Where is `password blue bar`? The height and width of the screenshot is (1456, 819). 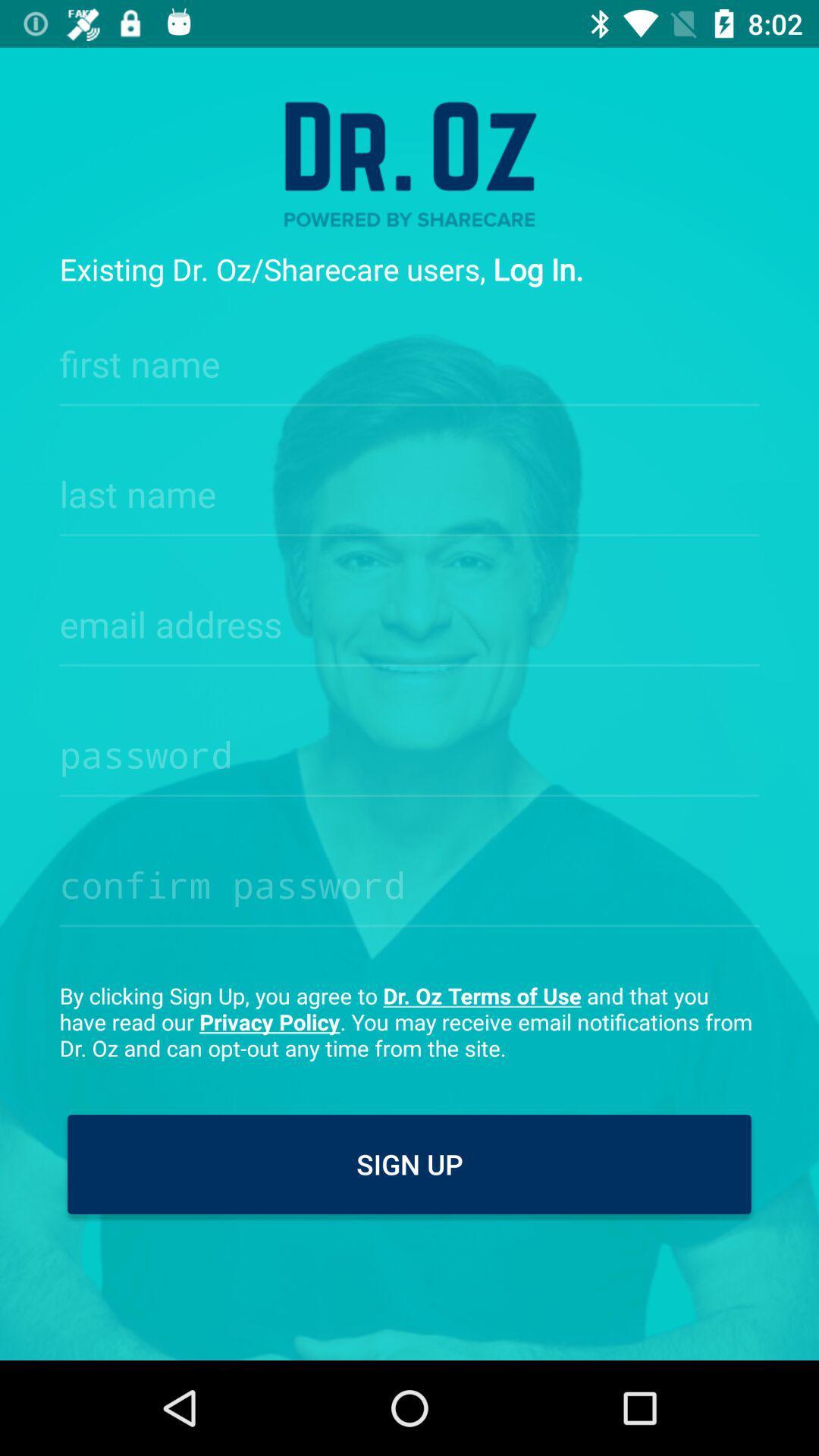 password blue bar is located at coordinates (409, 750).